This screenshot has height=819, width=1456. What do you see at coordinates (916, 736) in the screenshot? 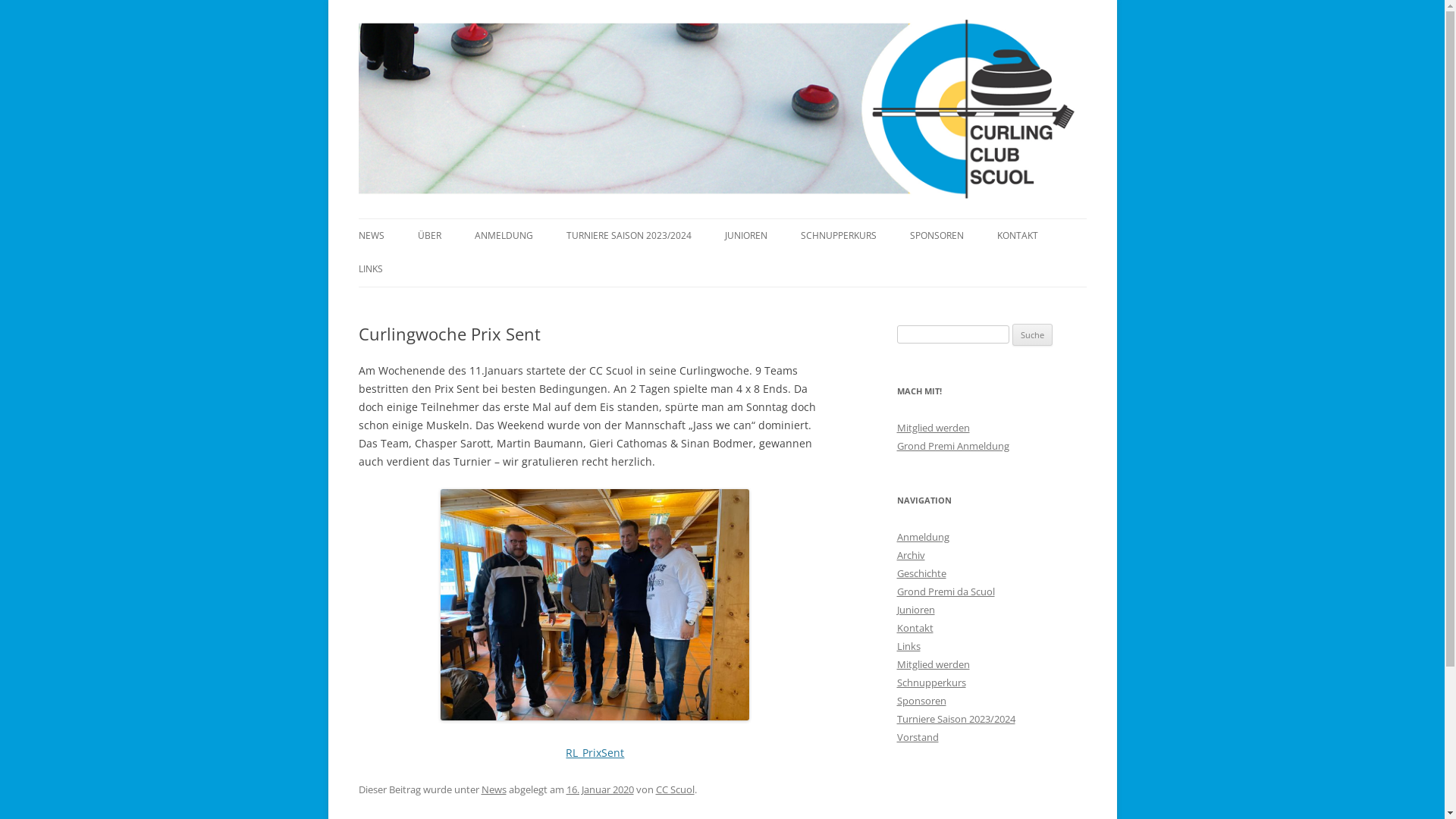
I see `'Vorstand'` at bounding box center [916, 736].